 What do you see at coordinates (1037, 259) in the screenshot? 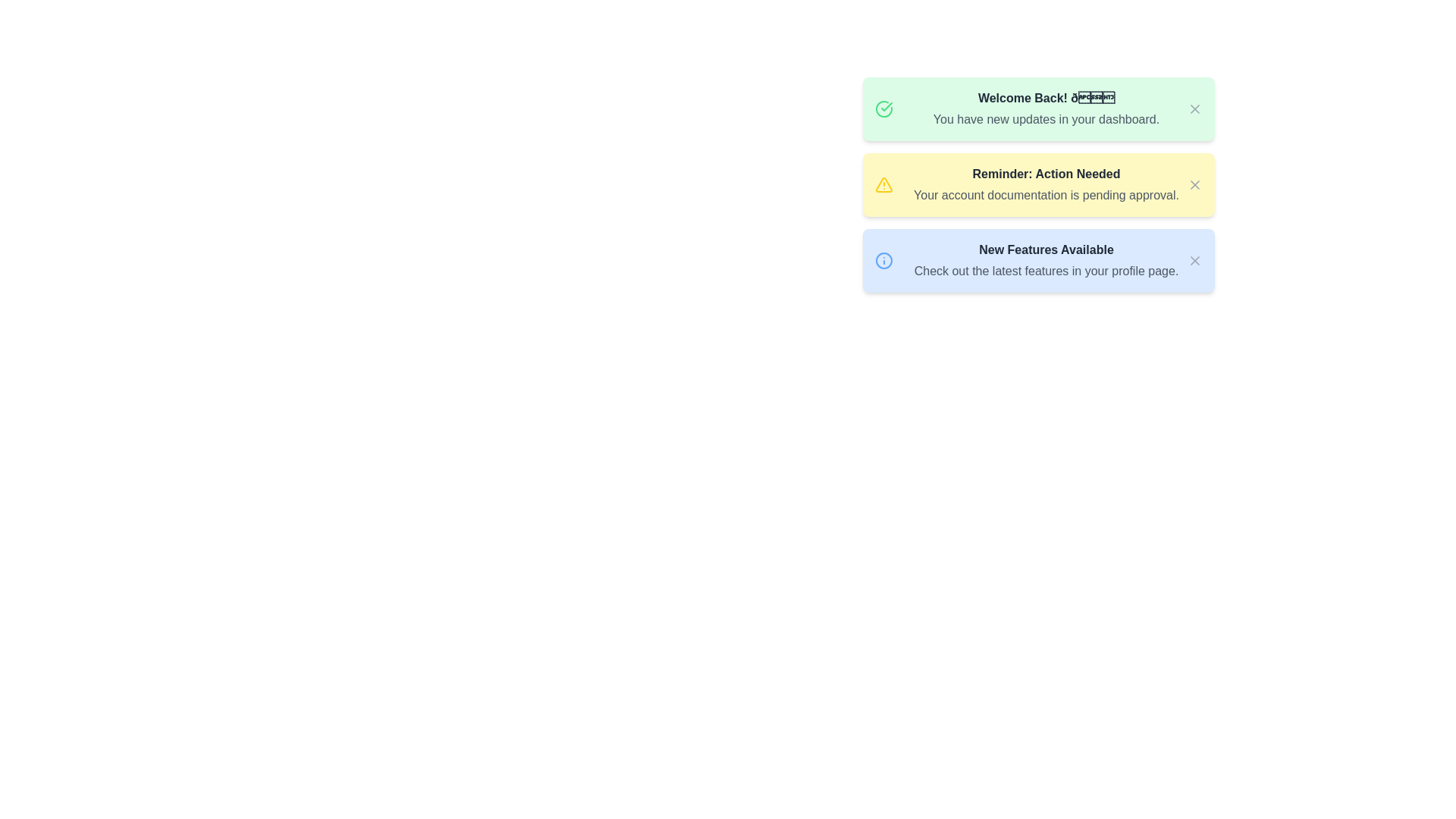
I see `the close button (X) on the notification panel titled 'New Features Available'` at bounding box center [1037, 259].